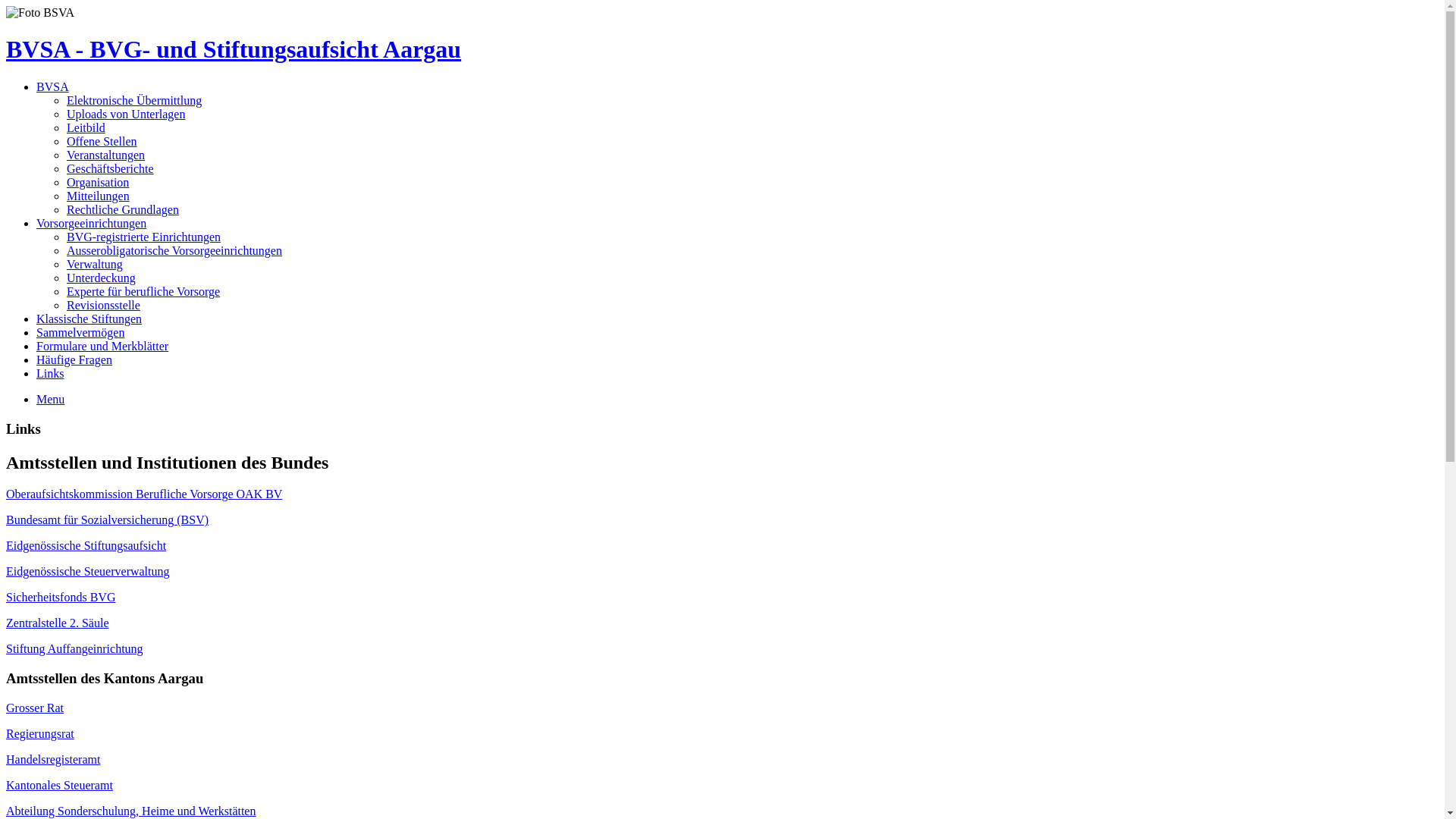 The height and width of the screenshot is (819, 1456). I want to click on 'Veranstaltungen', so click(105, 155).